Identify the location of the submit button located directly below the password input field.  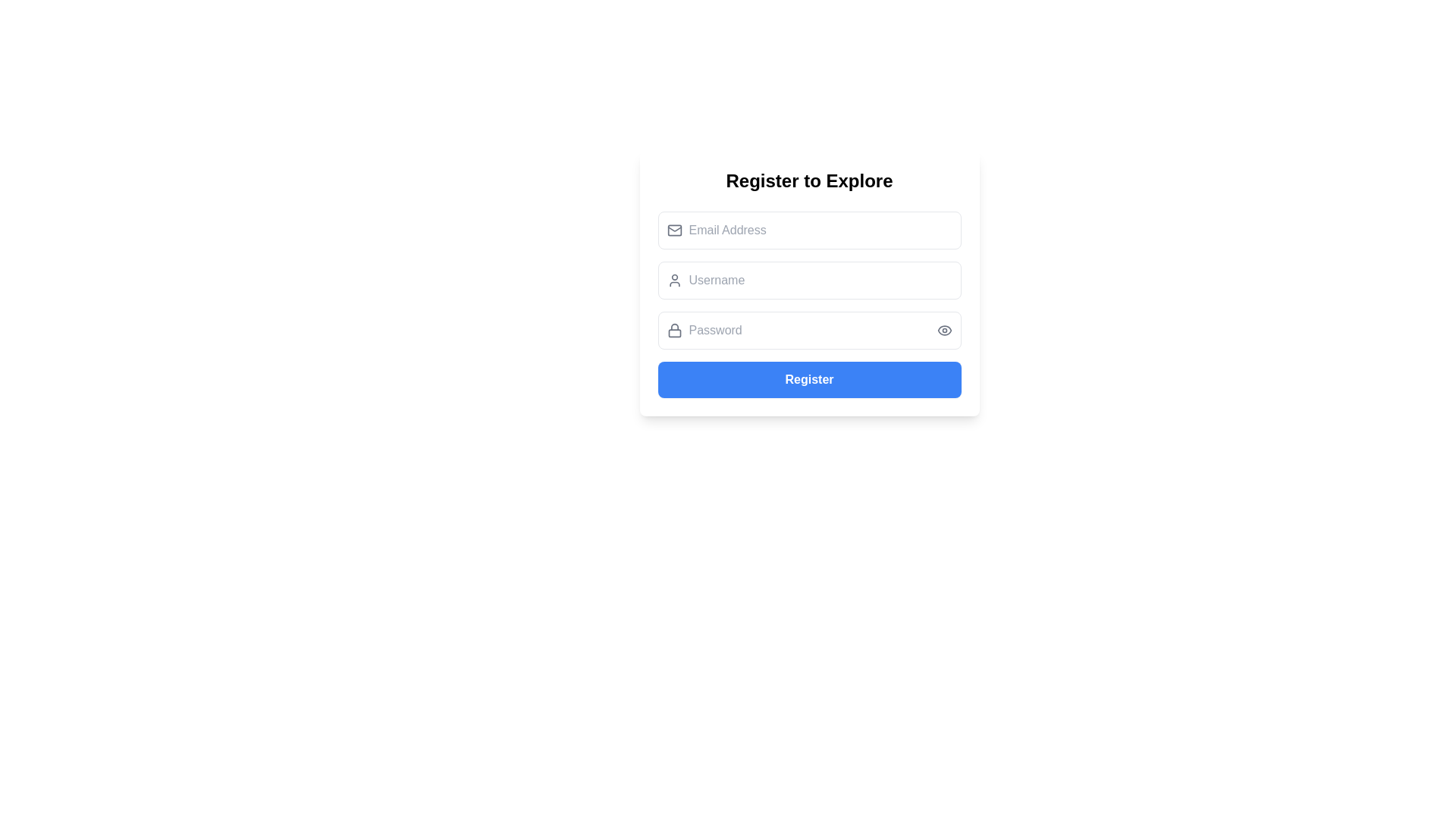
(808, 379).